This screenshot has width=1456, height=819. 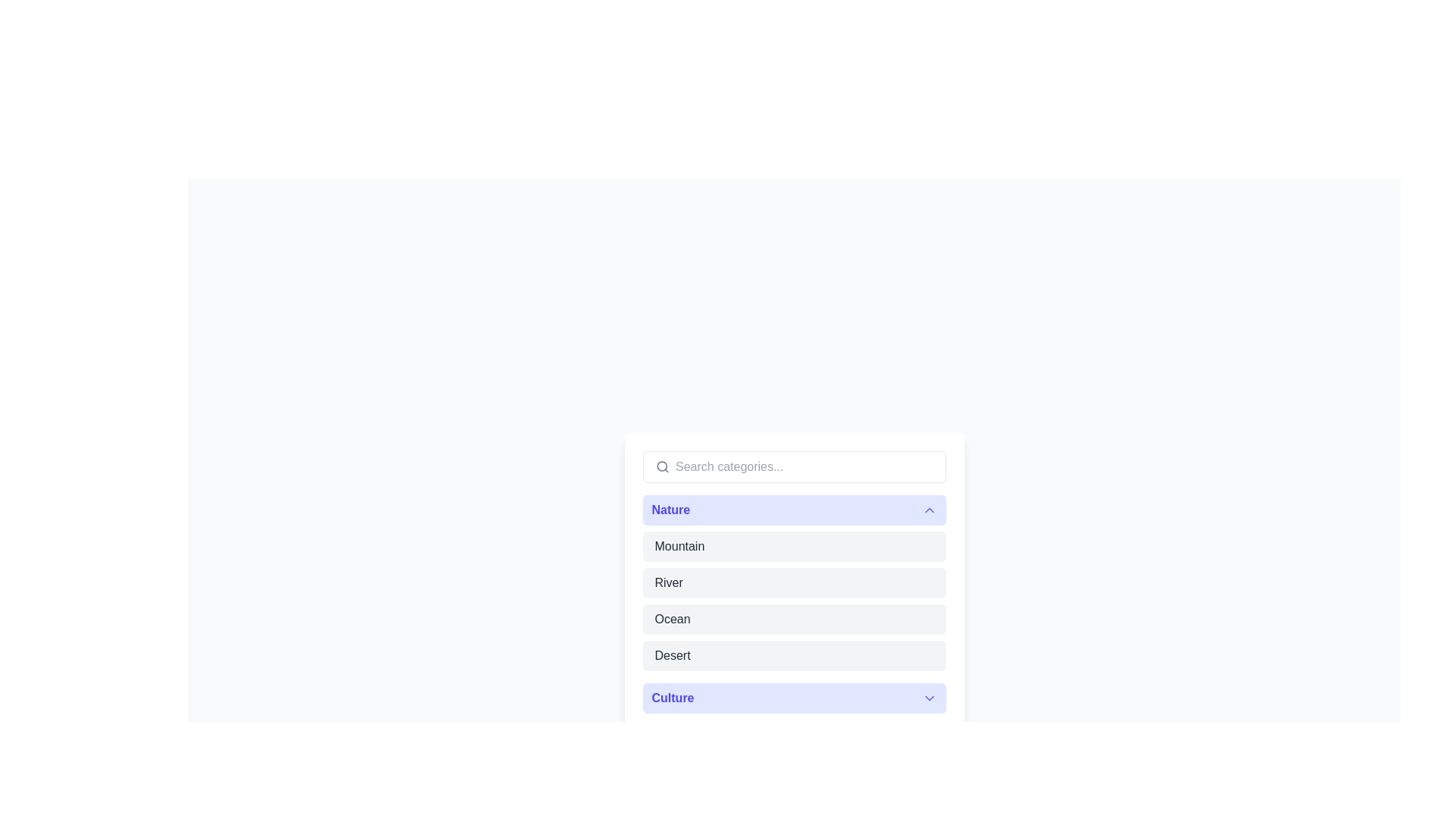 I want to click on the magnifying glass icon located at the leftmost side of the search bar, which indicates search functionality, so click(x=662, y=466).